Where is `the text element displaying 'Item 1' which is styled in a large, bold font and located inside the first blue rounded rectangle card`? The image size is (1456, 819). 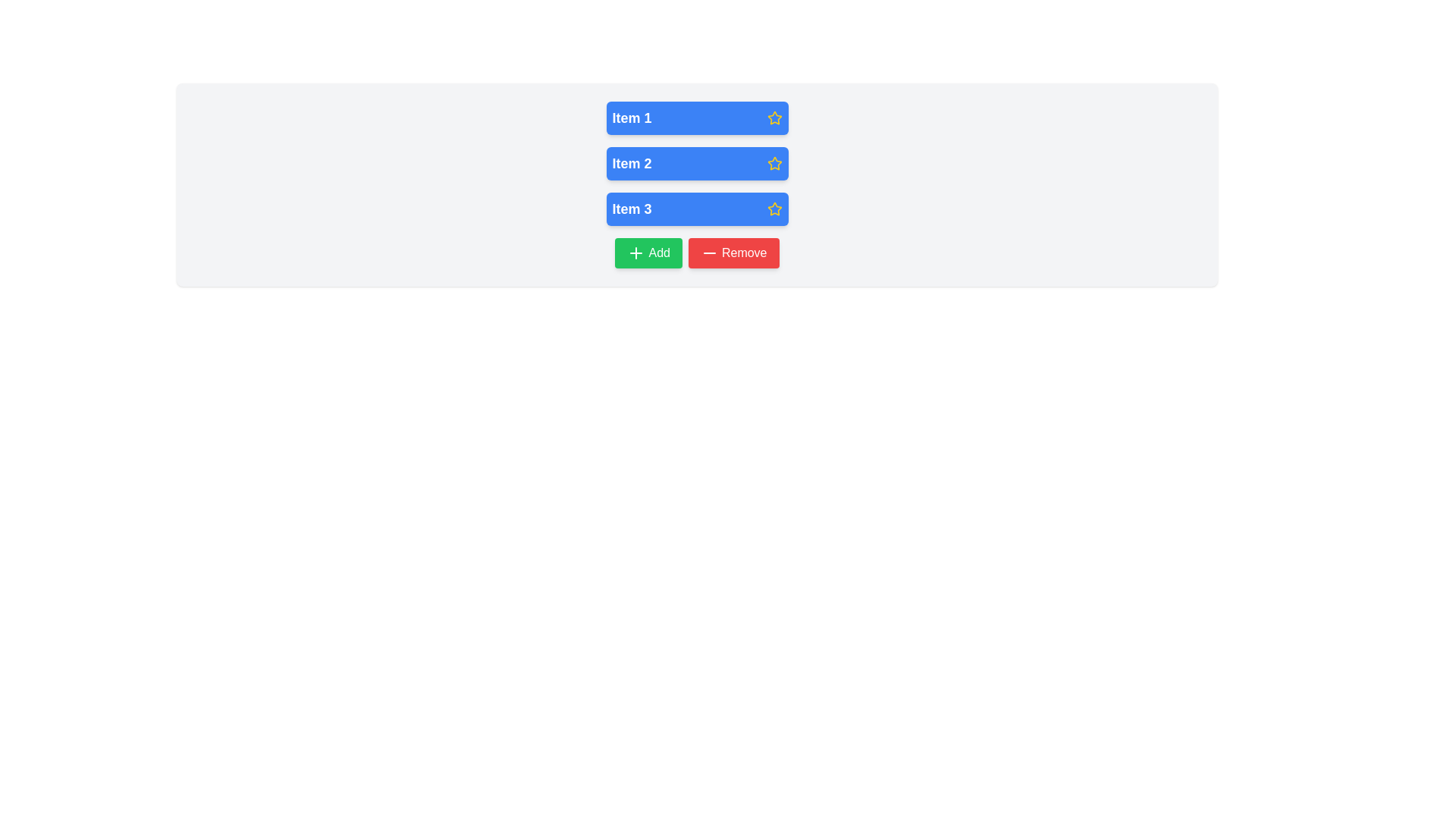 the text element displaying 'Item 1' which is styled in a large, bold font and located inside the first blue rounded rectangle card is located at coordinates (632, 117).